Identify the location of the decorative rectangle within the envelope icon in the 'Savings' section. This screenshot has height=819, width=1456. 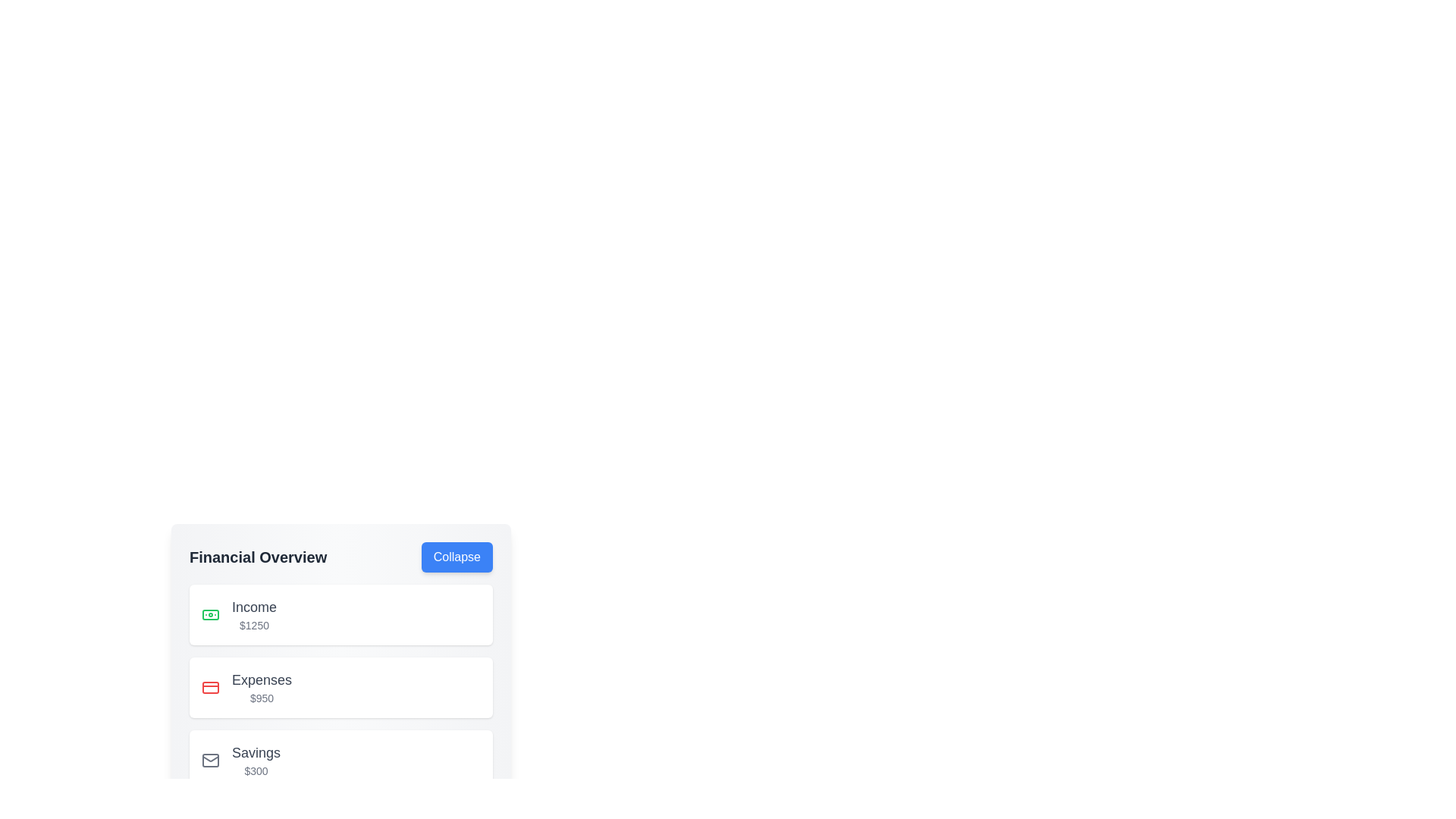
(210, 760).